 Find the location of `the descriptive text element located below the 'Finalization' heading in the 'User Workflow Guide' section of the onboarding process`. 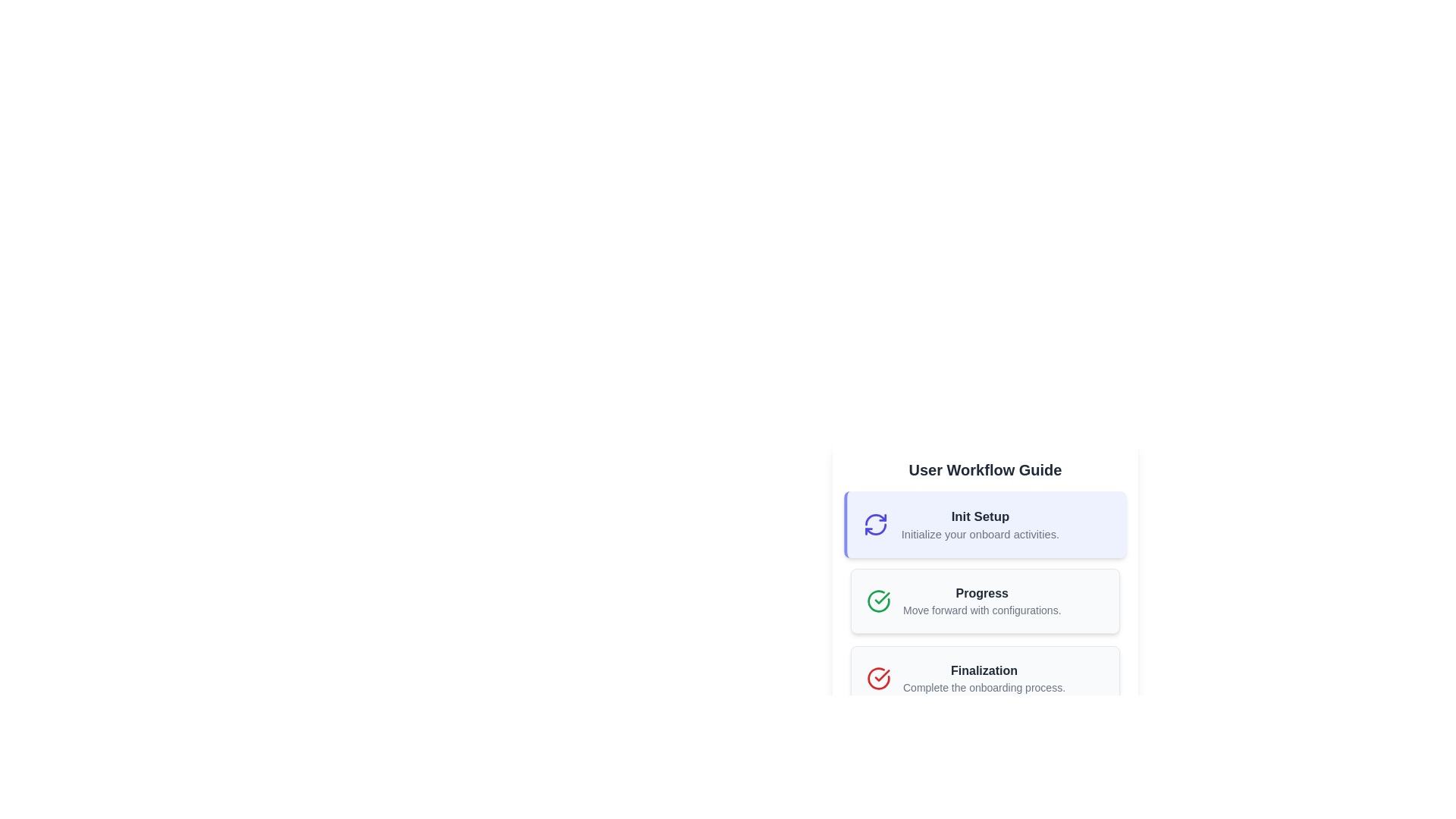

the descriptive text element located below the 'Finalization' heading in the 'User Workflow Guide' section of the onboarding process is located at coordinates (984, 687).